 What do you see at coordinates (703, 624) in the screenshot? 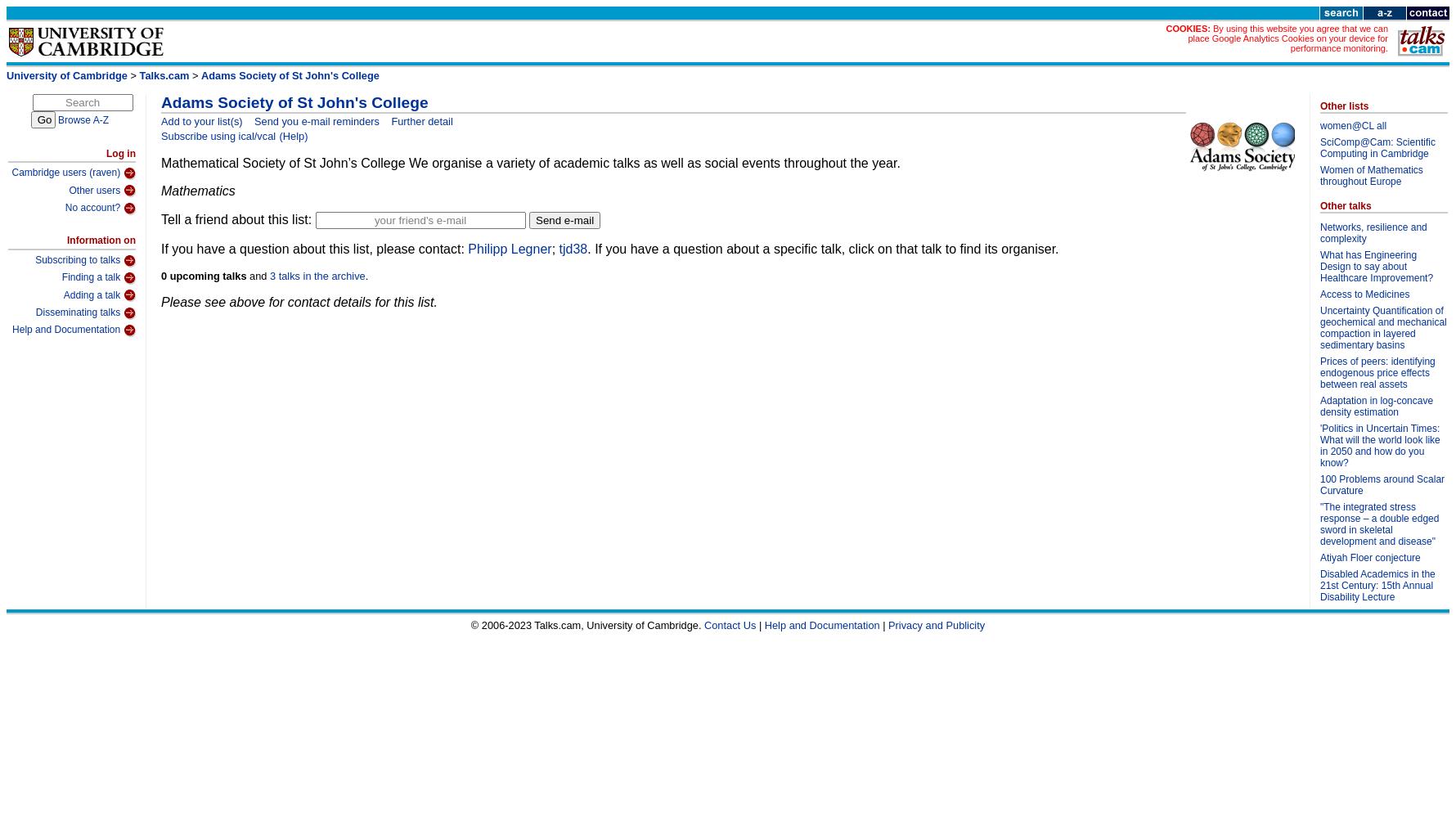
I see `'Contact Us'` at bounding box center [703, 624].